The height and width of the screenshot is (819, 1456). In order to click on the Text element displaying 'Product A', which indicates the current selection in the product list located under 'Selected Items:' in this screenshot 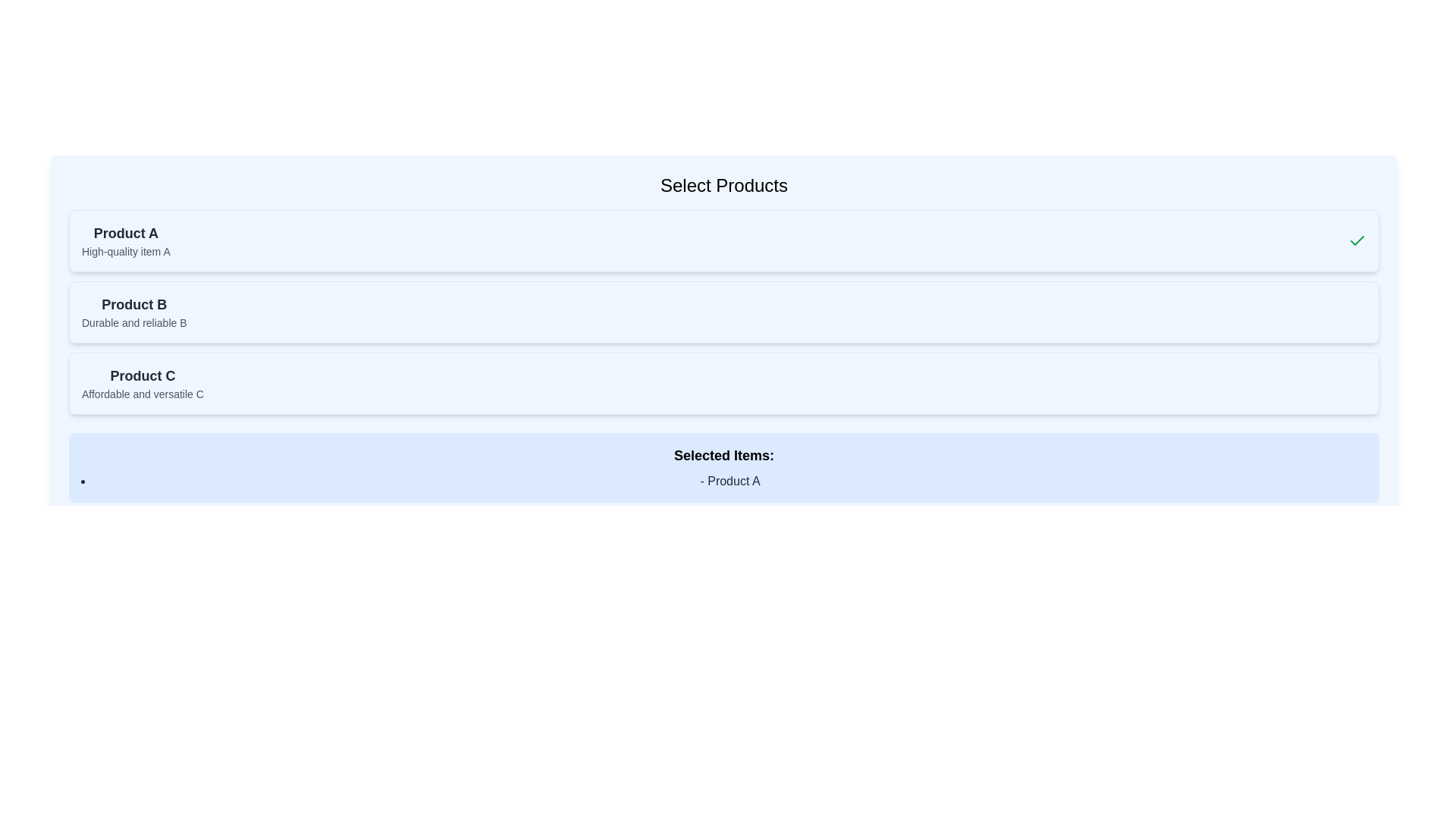, I will do `click(730, 482)`.